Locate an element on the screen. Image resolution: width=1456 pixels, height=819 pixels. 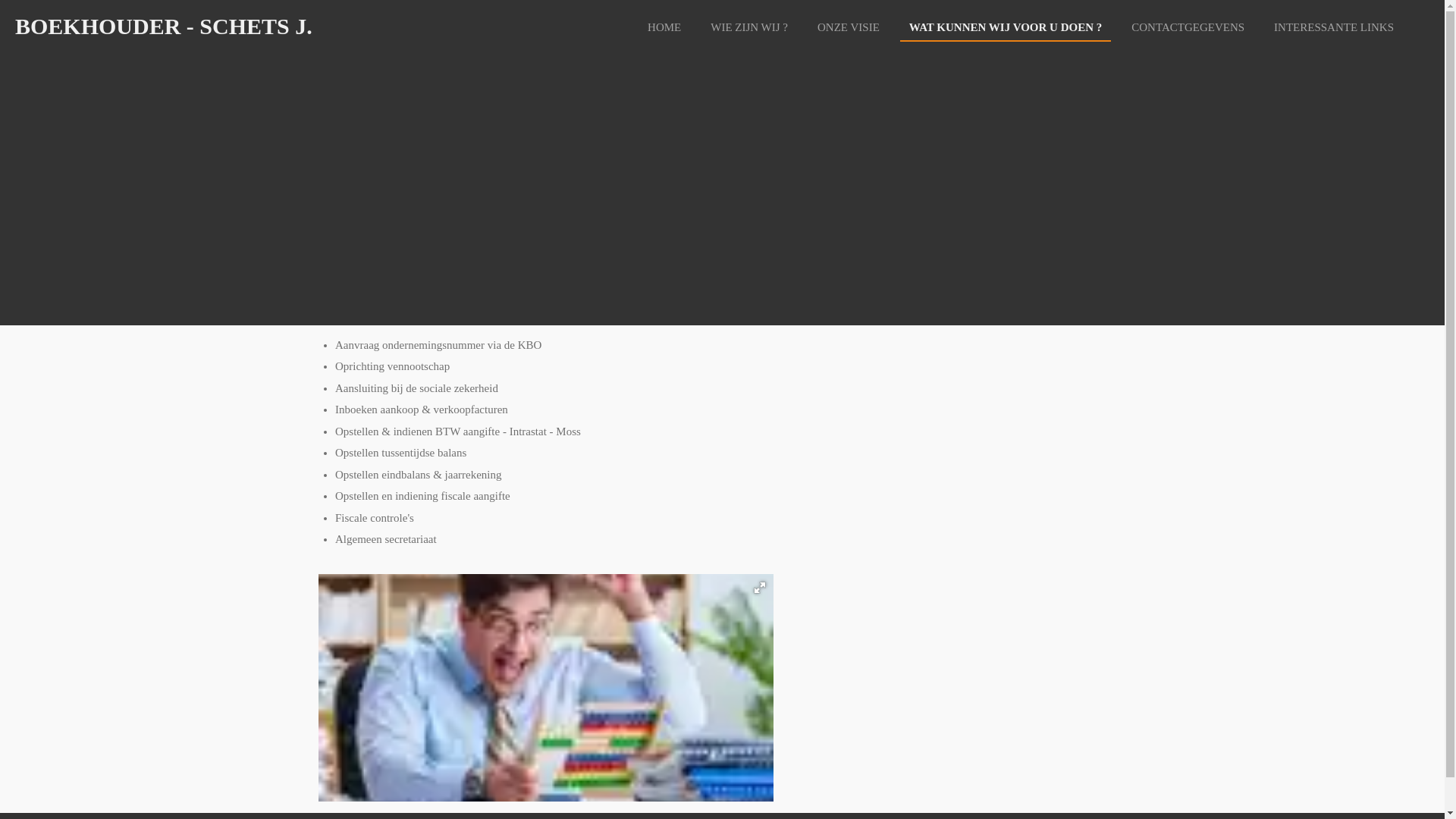
'BOEKHOUDER - SCHETS J.' is located at coordinates (164, 26).